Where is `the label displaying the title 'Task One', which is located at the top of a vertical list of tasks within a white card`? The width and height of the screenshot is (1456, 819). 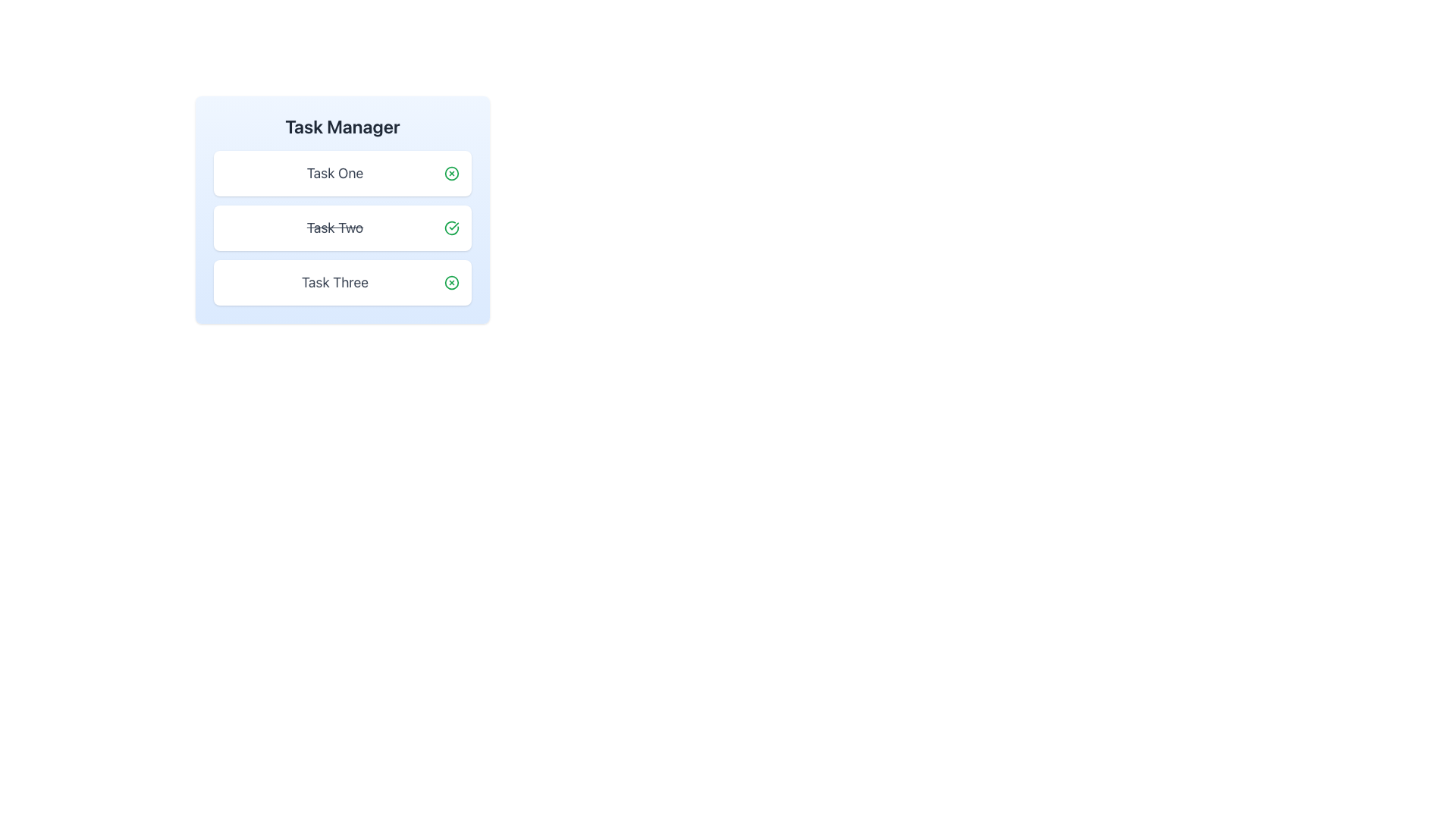
the label displaying the title 'Task One', which is located at the top of a vertical list of tasks within a white card is located at coordinates (334, 172).